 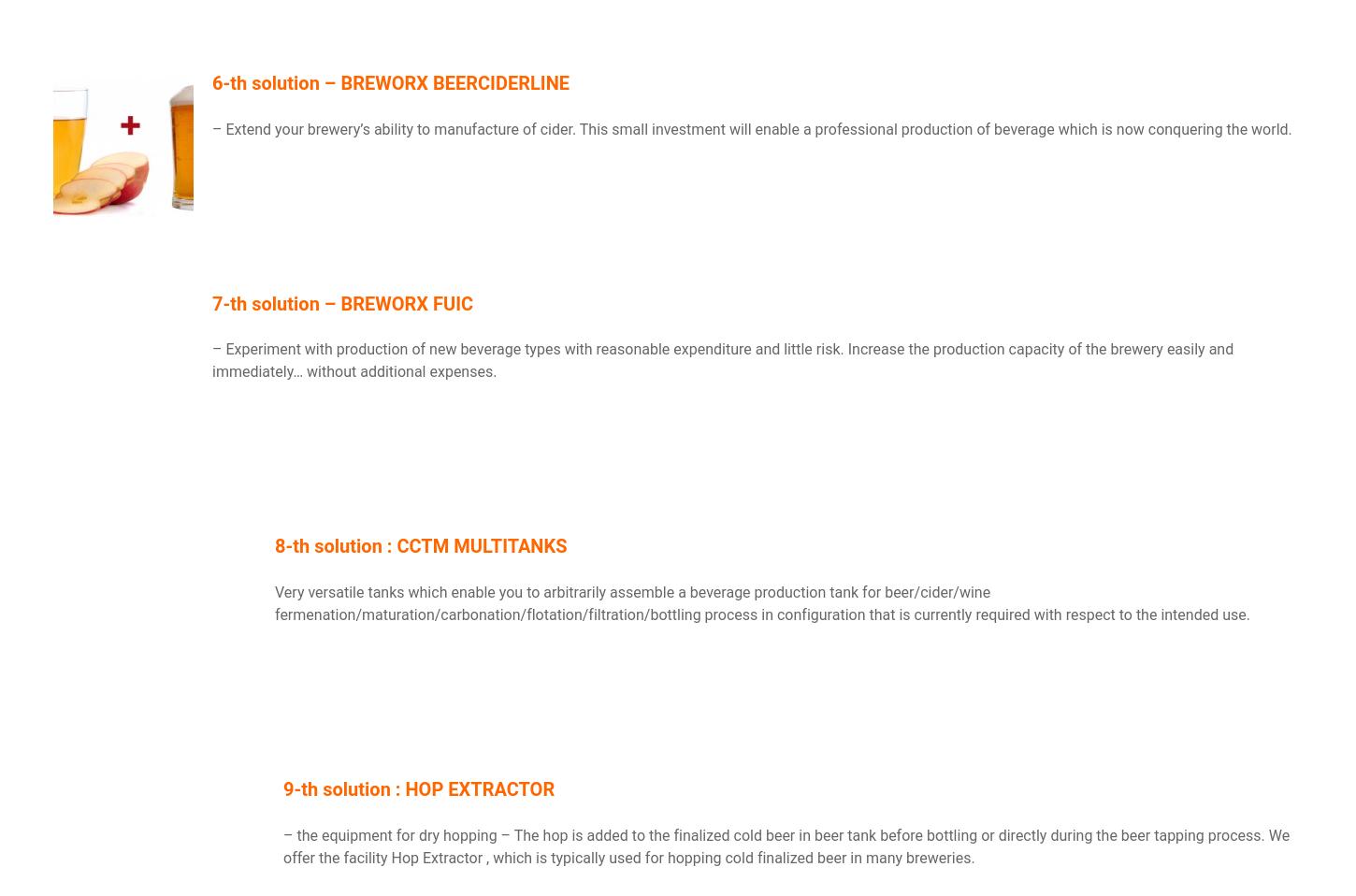 I want to click on 'Very versatile tanks which enable you to arbitrarily assemble a beverage production tank for beer/cider/wine fermenation/maturation/carbonation/flotation/filtration/bottling process in configuration that is currently required with respect to the intended use.', so click(x=762, y=602).